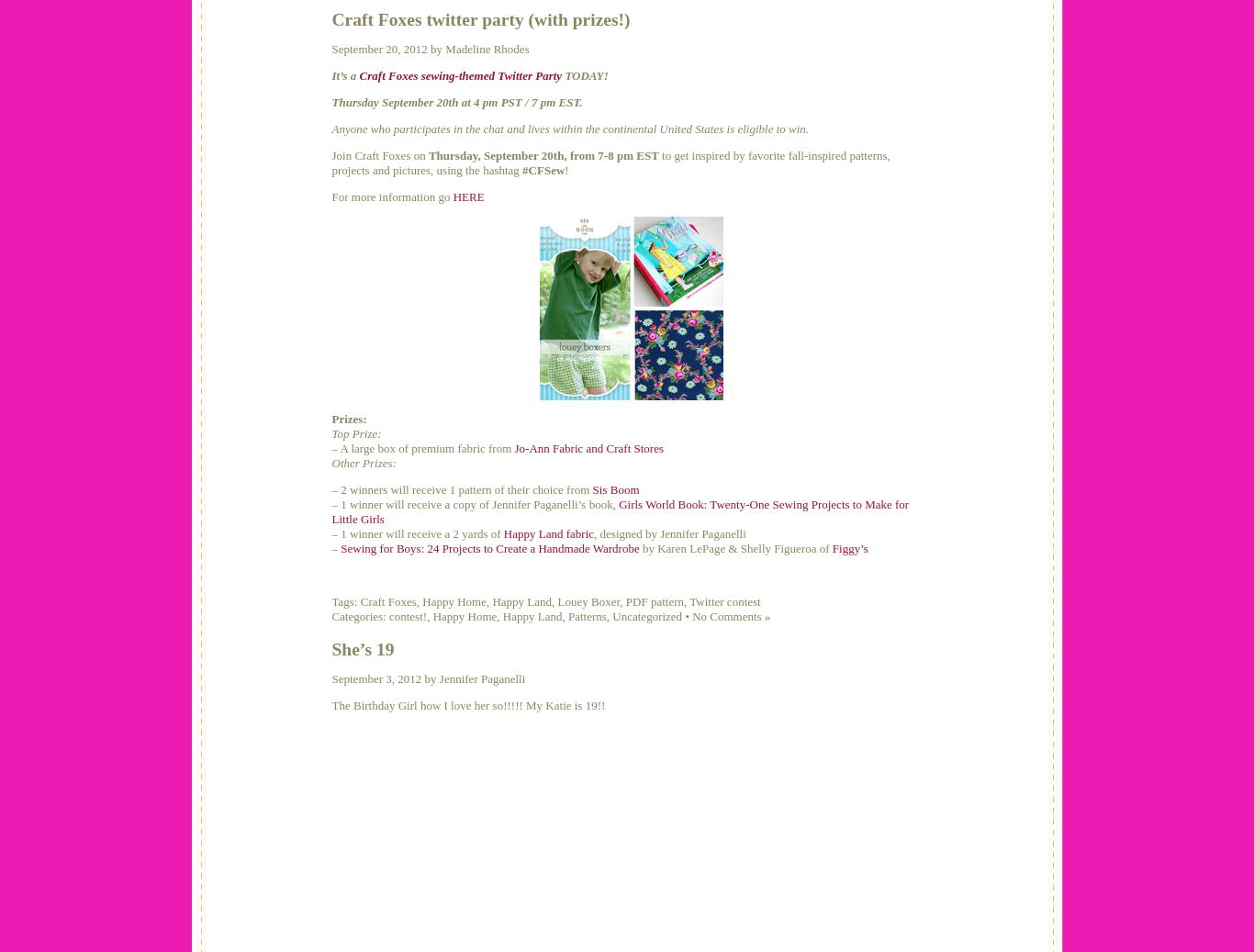 This screenshot has width=1254, height=952. Describe the element at coordinates (480, 18) in the screenshot. I see `'Craft Foxes twitter party (with prizes!)'` at that location.